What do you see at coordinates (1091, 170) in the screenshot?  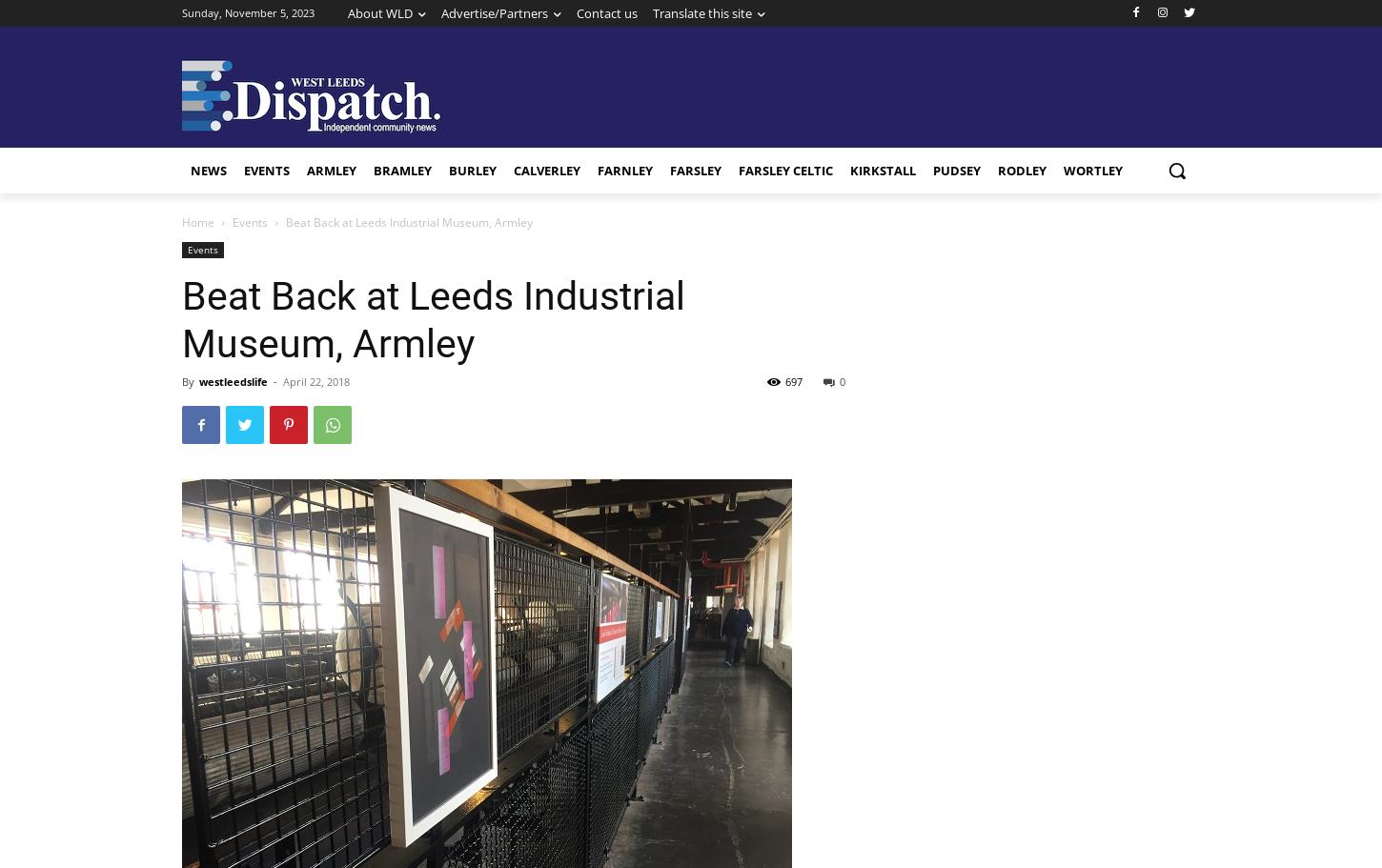 I see `'Wortley'` at bounding box center [1091, 170].